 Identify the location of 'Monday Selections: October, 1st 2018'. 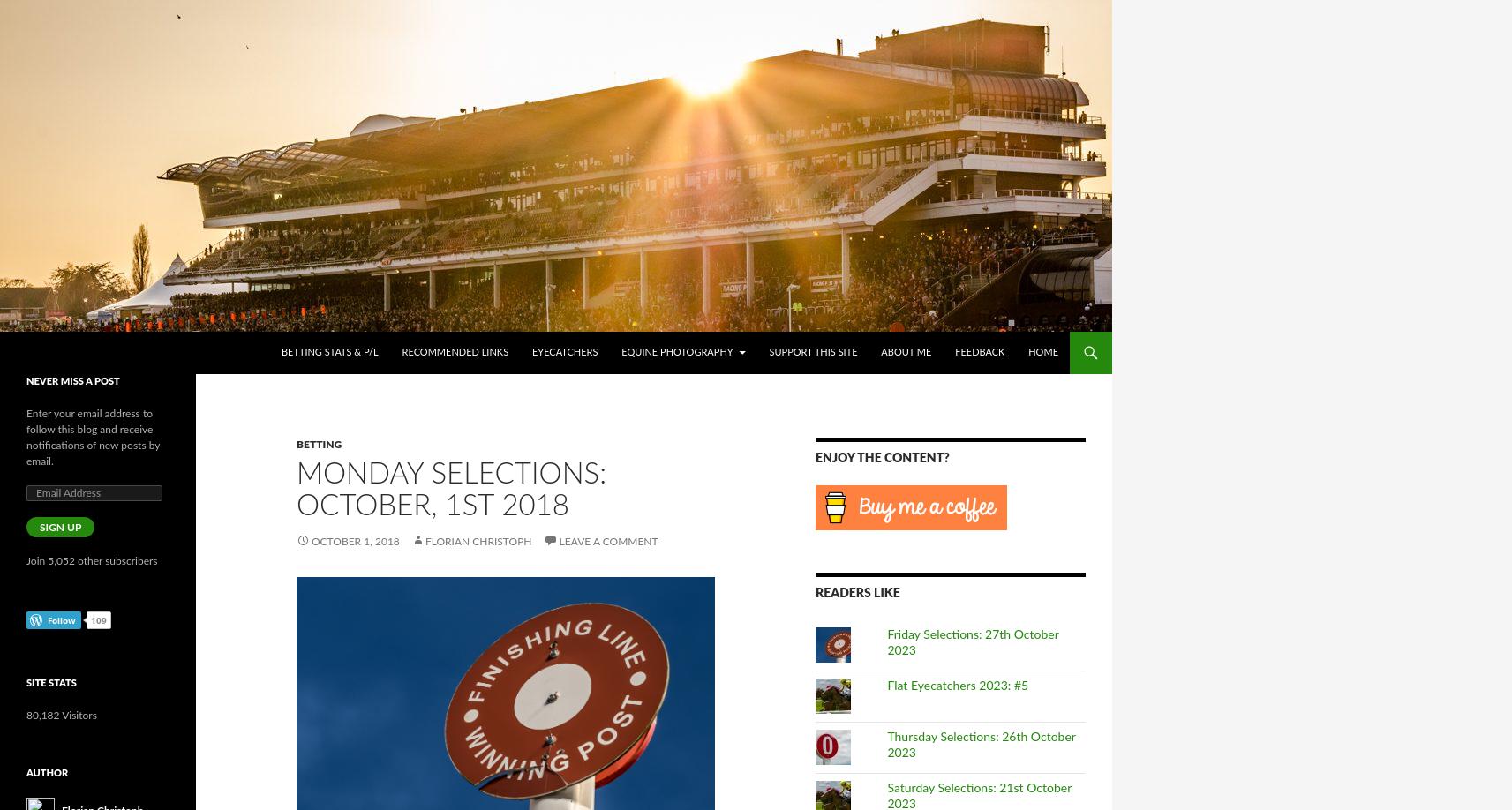
(450, 489).